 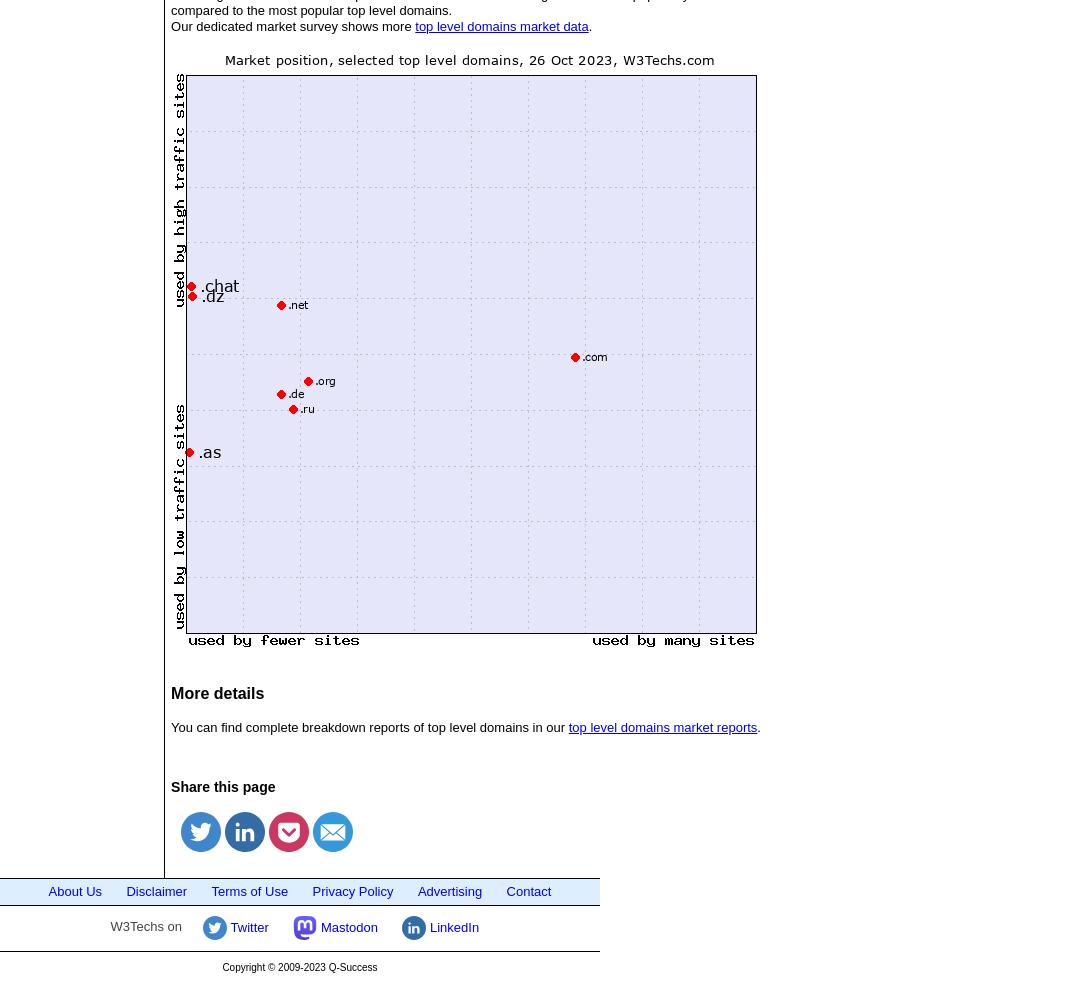 What do you see at coordinates (452, 926) in the screenshot?
I see `'LinkedIn'` at bounding box center [452, 926].